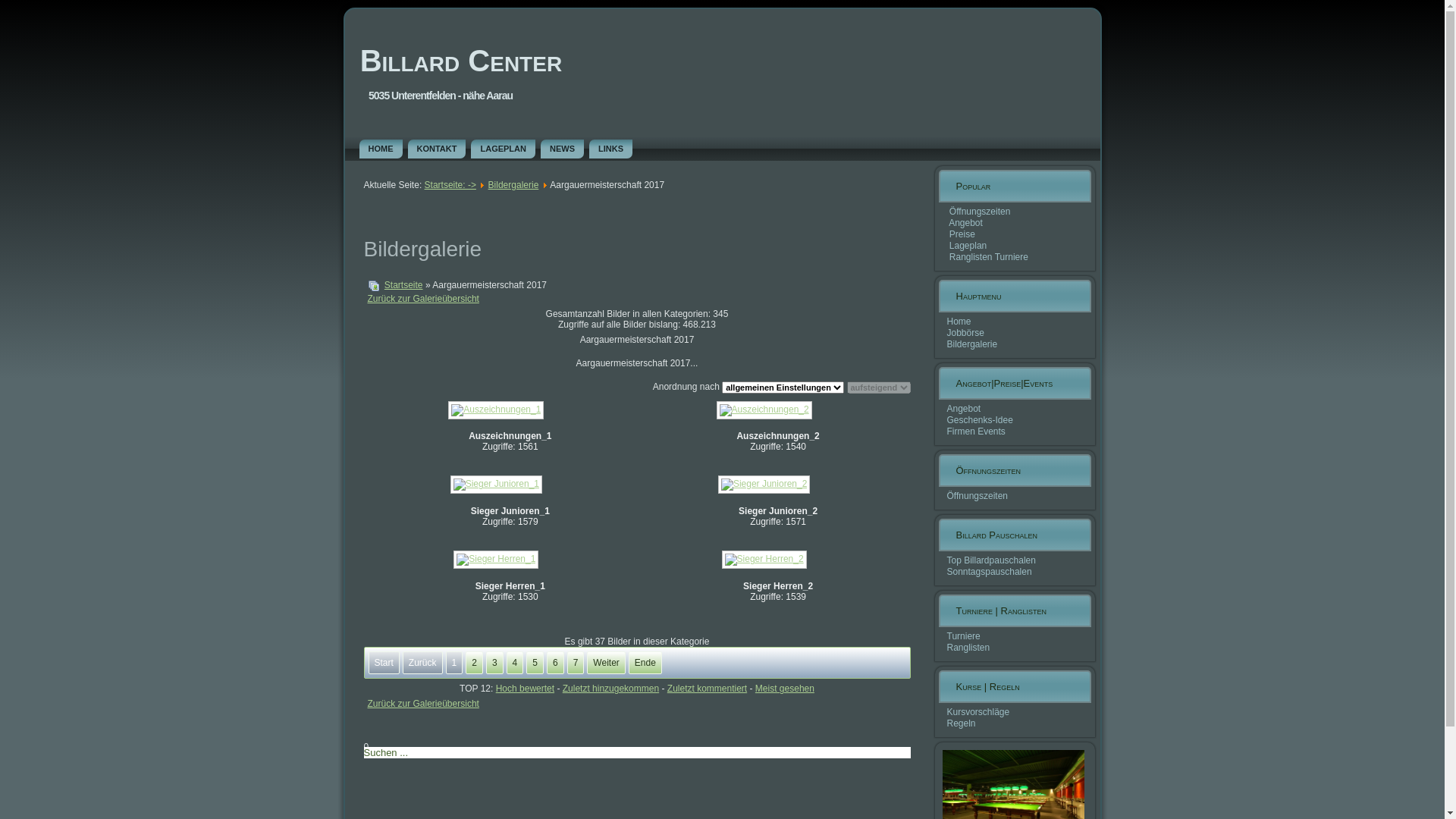 The width and height of the screenshot is (1456, 819). What do you see at coordinates (610, 688) in the screenshot?
I see `'Zuletzt hinzugekommen'` at bounding box center [610, 688].